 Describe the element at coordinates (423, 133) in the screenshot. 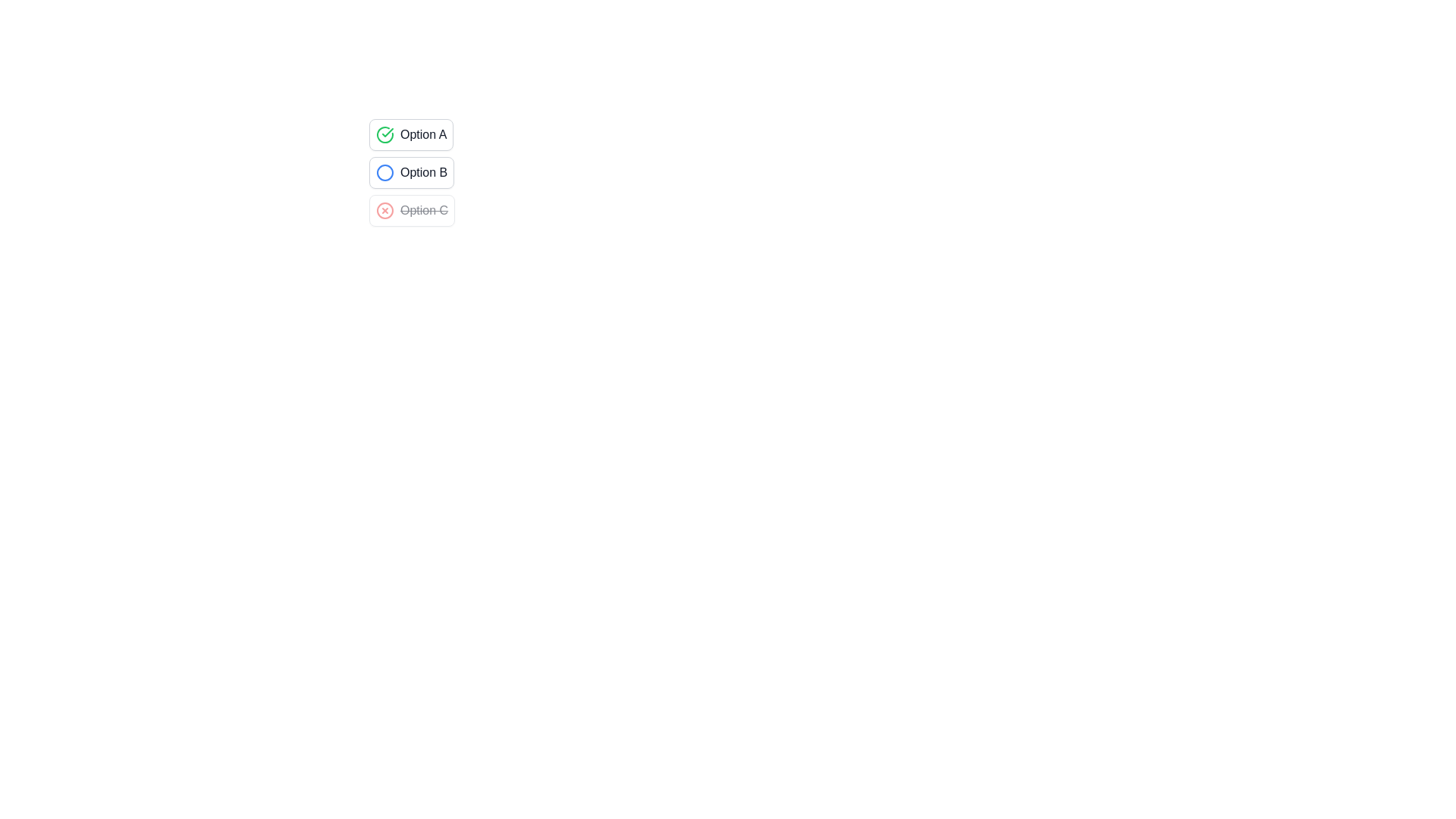

I see `the TextLabel displaying 'Option A', which is styled in dark gray and is part of a selection item with a green checkmark icon` at that location.